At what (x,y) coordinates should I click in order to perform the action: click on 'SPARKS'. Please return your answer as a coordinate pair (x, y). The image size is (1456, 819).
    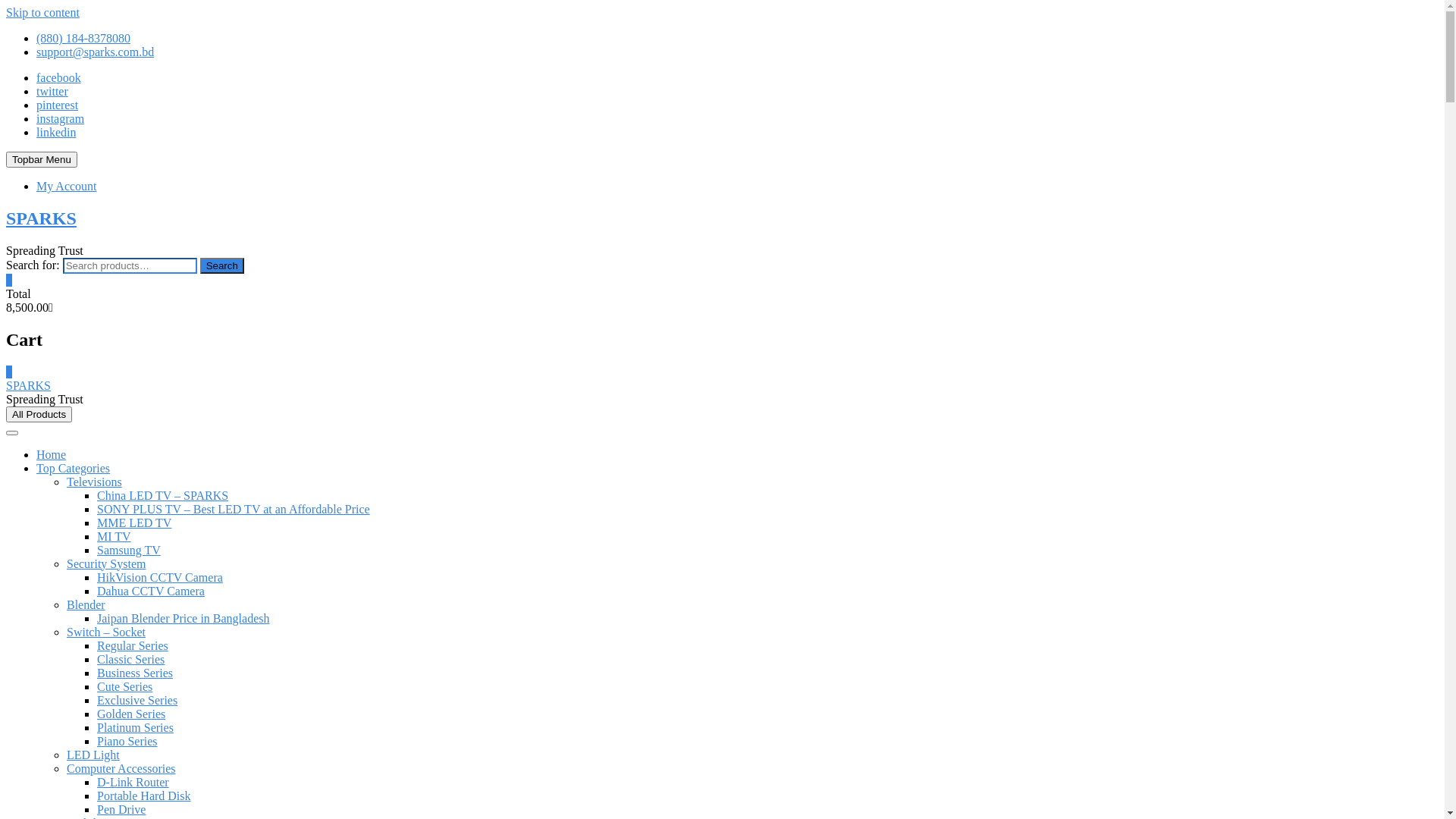
    Looking at the image, I should click on (6, 384).